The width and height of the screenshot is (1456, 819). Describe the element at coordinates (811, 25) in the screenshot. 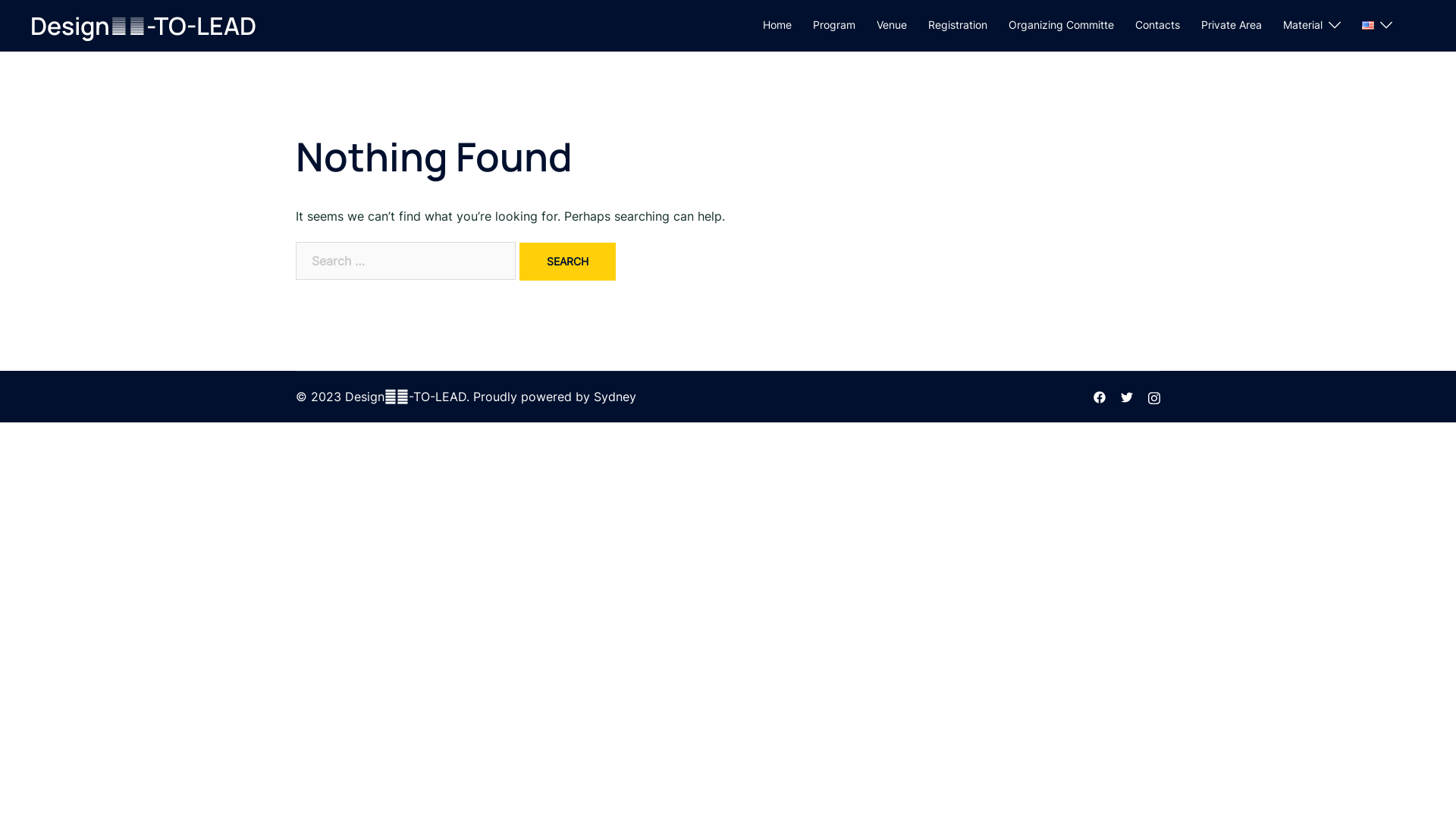

I see `'Program'` at that location.